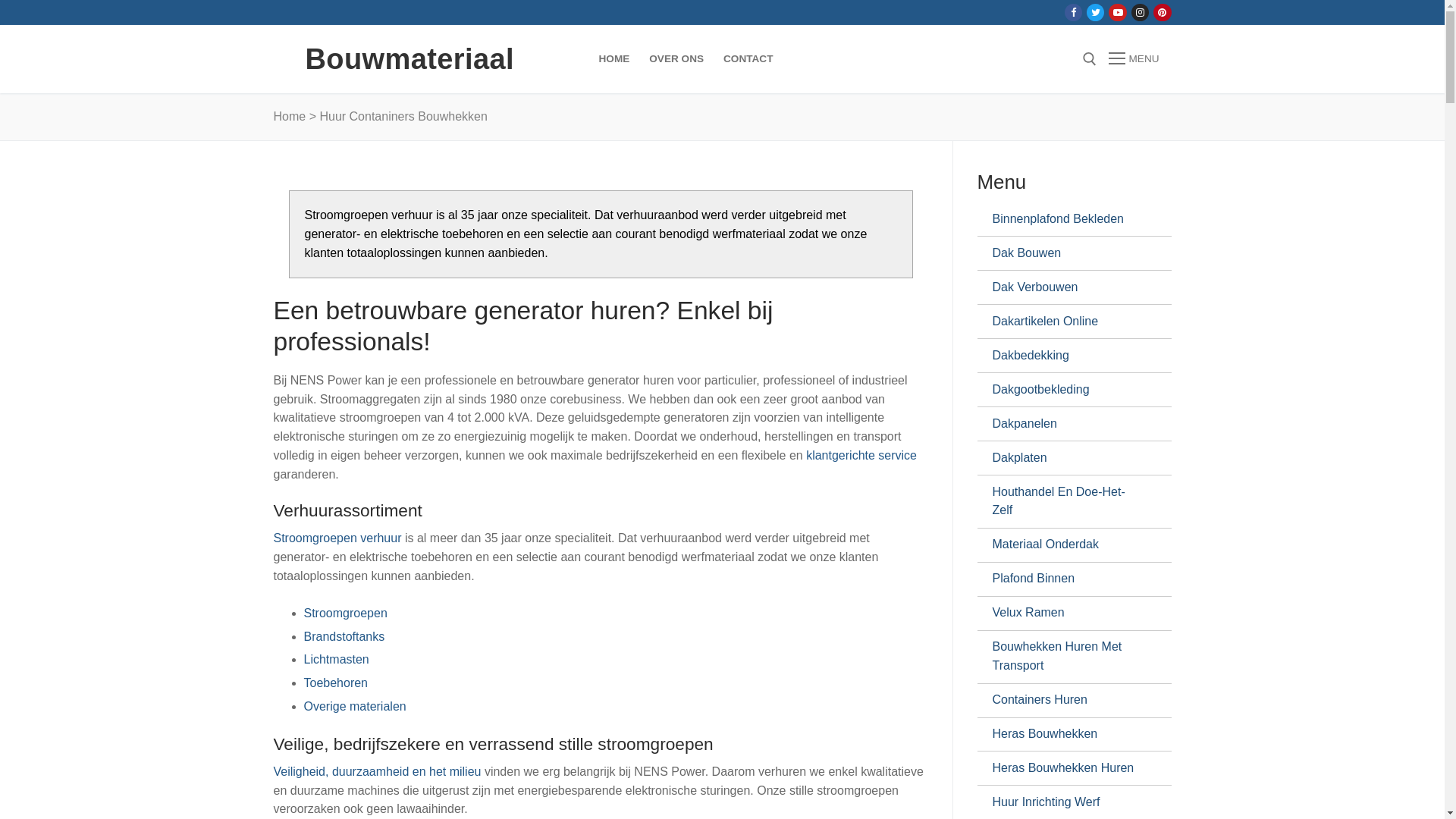 This screenshot has width=1456, height=819. Describe the element at coordinates (1066, 656) in the screenshot. I see `'Bouwhekken Huren Met Transport'` at that location.